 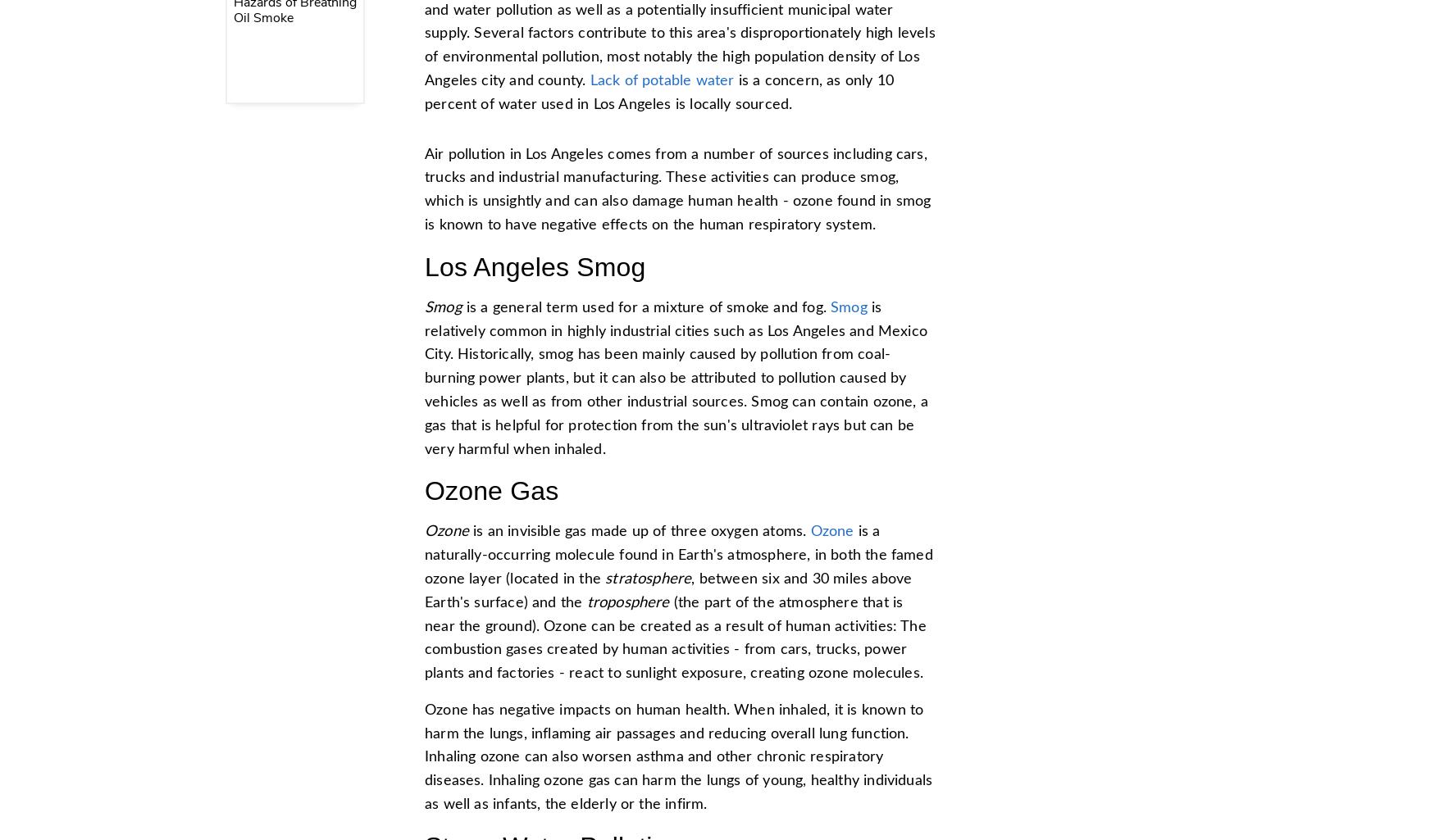 I want to click on 'Ozone Gas', so click(x=424, y=491).